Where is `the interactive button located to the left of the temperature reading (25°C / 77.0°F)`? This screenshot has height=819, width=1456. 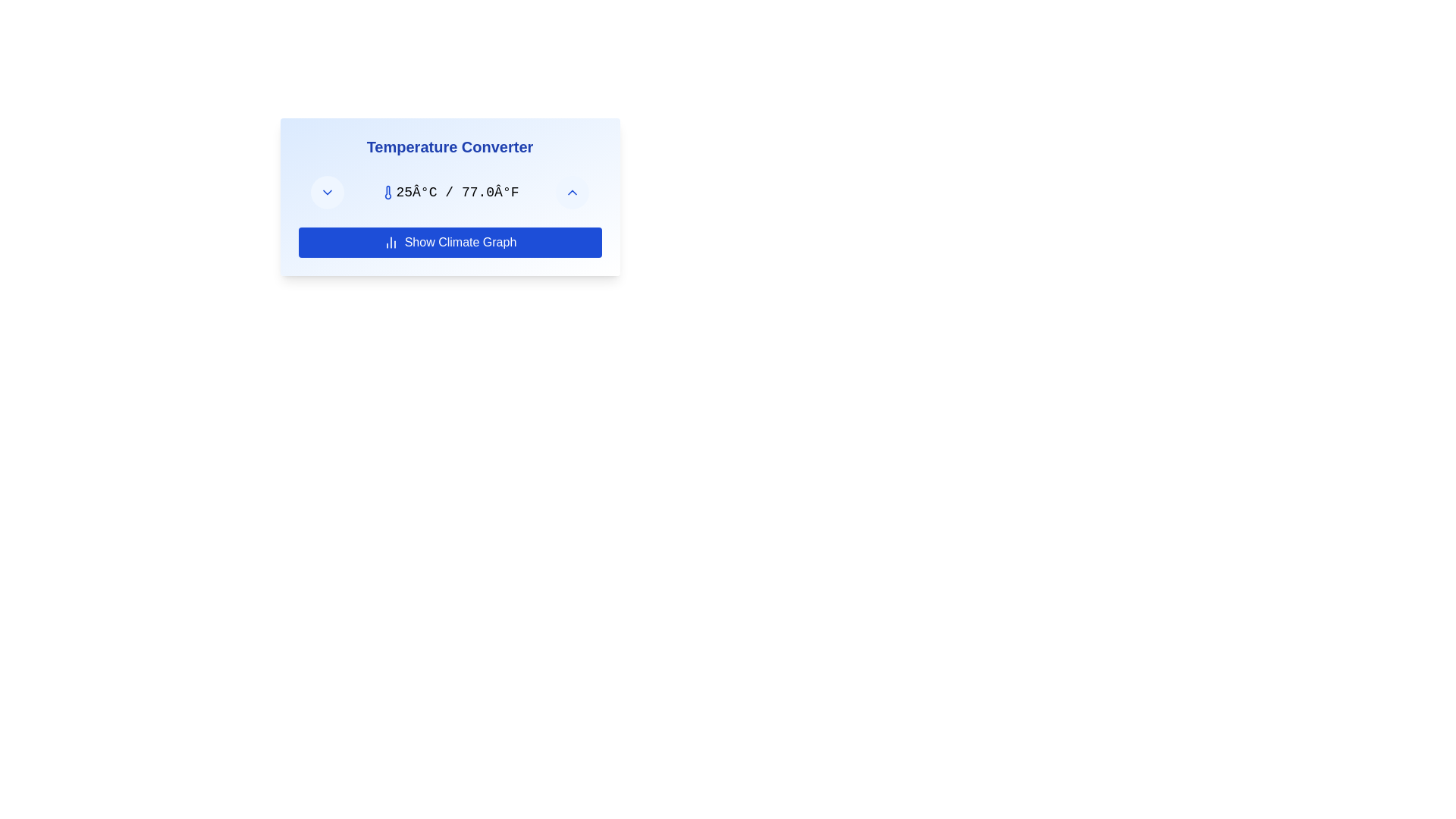
the interactive button located to the left of the temperature reading (25°C / 77.0°F) is located at coordinates (326, 192).